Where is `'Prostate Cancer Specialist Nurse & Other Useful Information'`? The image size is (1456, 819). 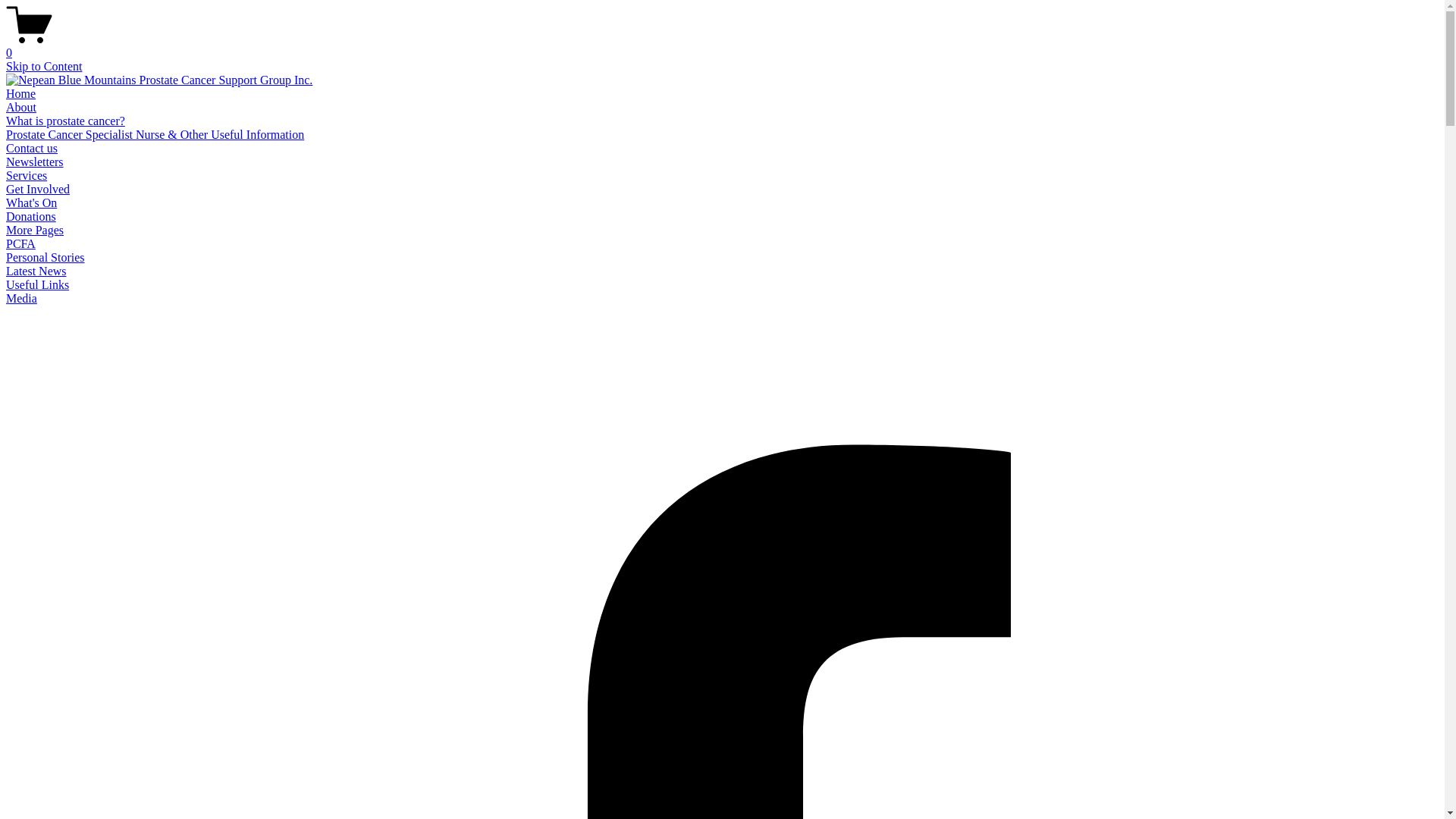
'Prostate Cancer Specialist Nurse & Other Useful Information' is located at coordinates (155, 133).